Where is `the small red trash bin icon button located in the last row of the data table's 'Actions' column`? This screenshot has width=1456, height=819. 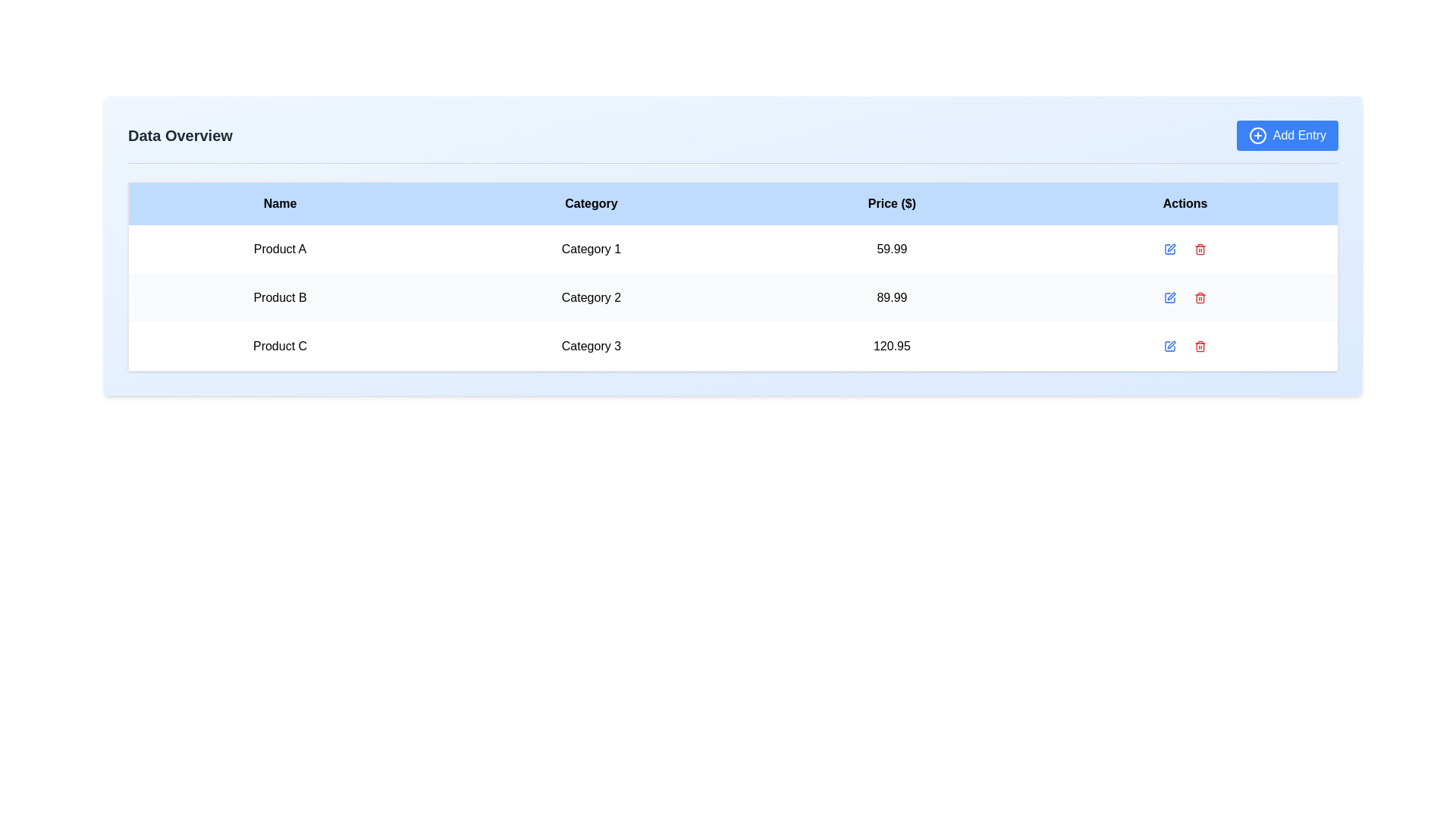
the small red trash bin icon button located in the last row of the data table's 'Actions' column is located at coordinates (1200, 346).